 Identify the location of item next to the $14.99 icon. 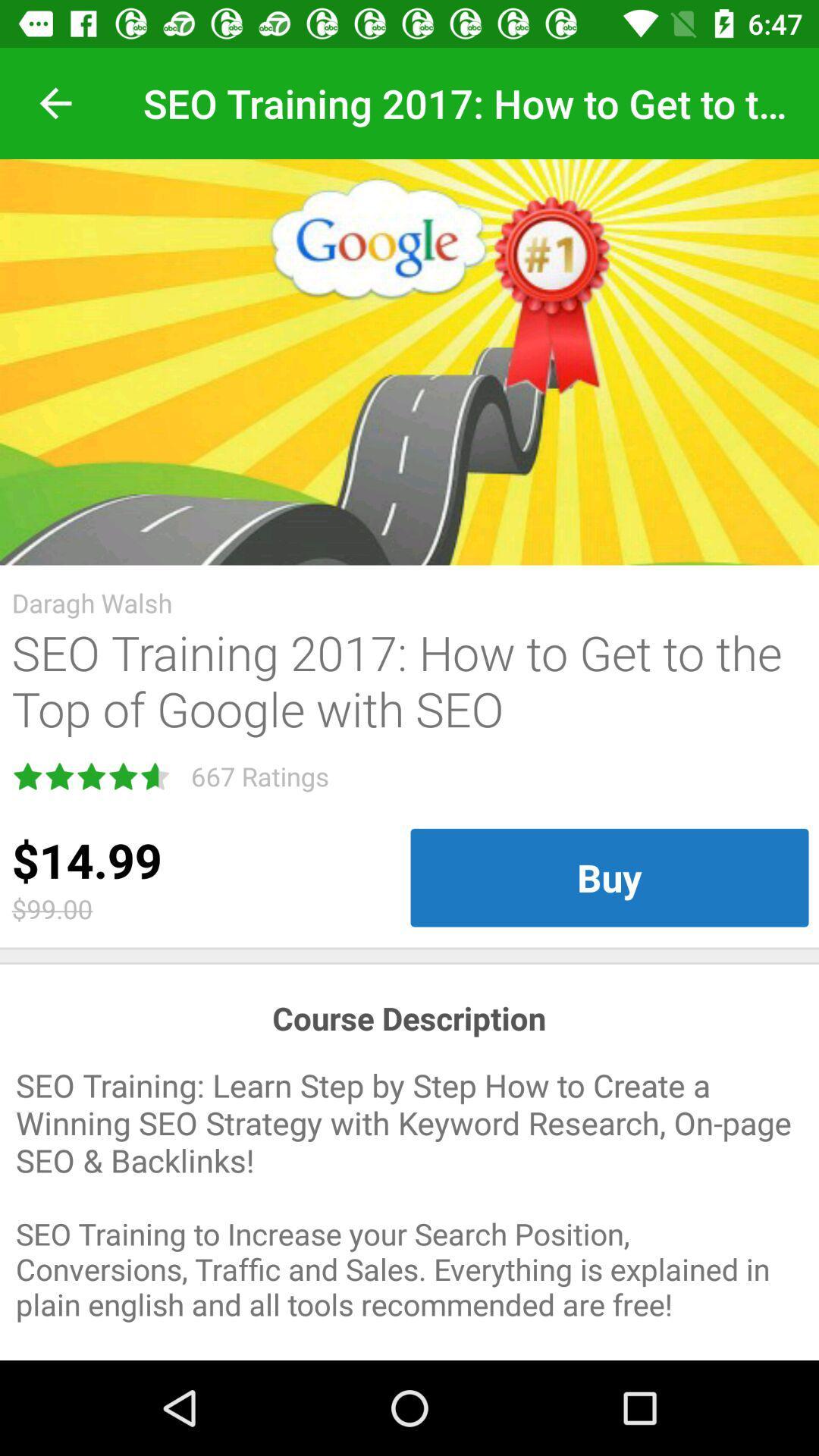
(608, 877).